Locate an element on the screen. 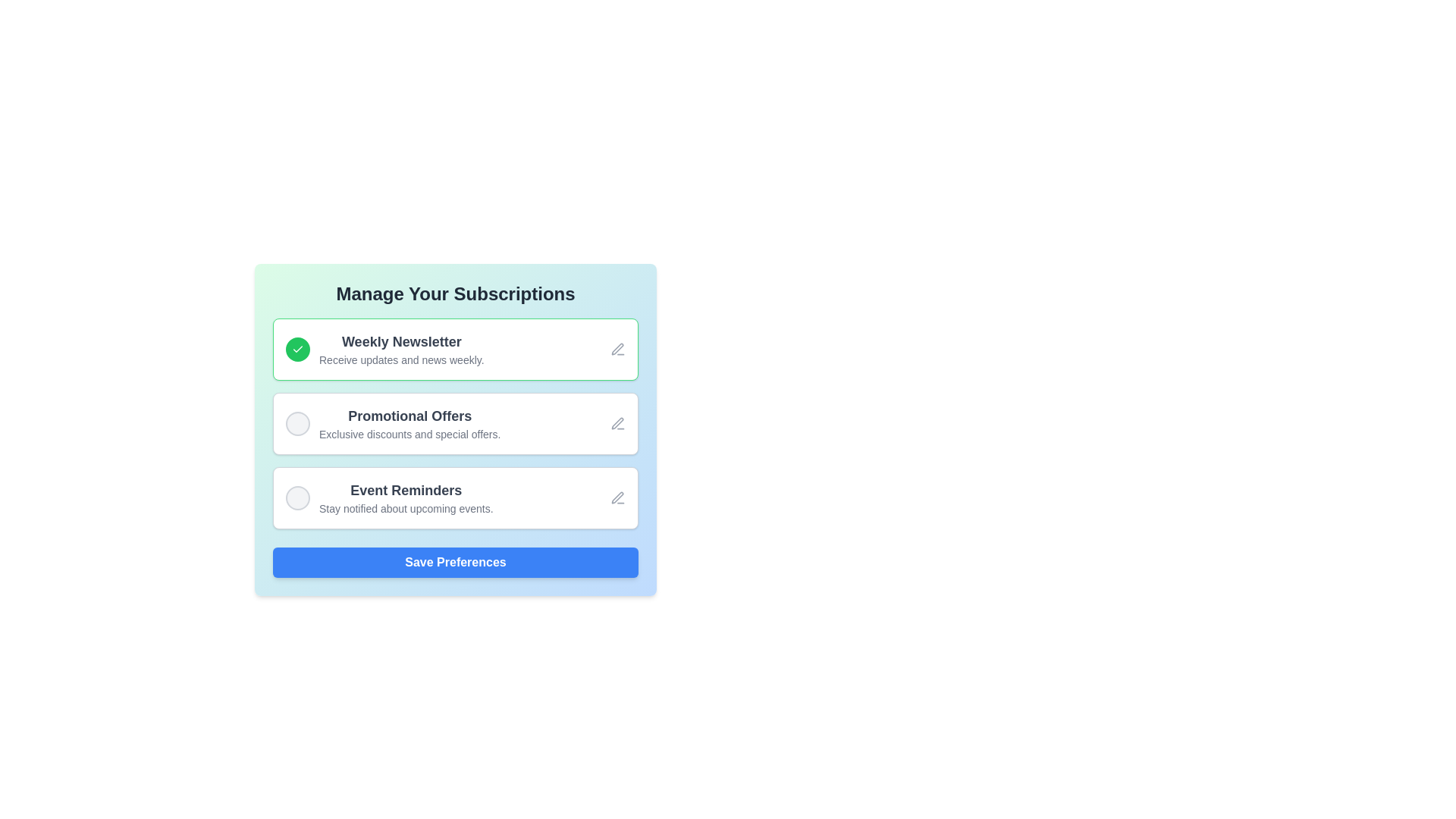  descriptive text label 'Weekly Newsletter' and its subtitle 'Receive updates and news weekly' which is the first item in the subscription options list, positioned below 'Manage Your Subscriptions.' is located at coordinates (401, 350).